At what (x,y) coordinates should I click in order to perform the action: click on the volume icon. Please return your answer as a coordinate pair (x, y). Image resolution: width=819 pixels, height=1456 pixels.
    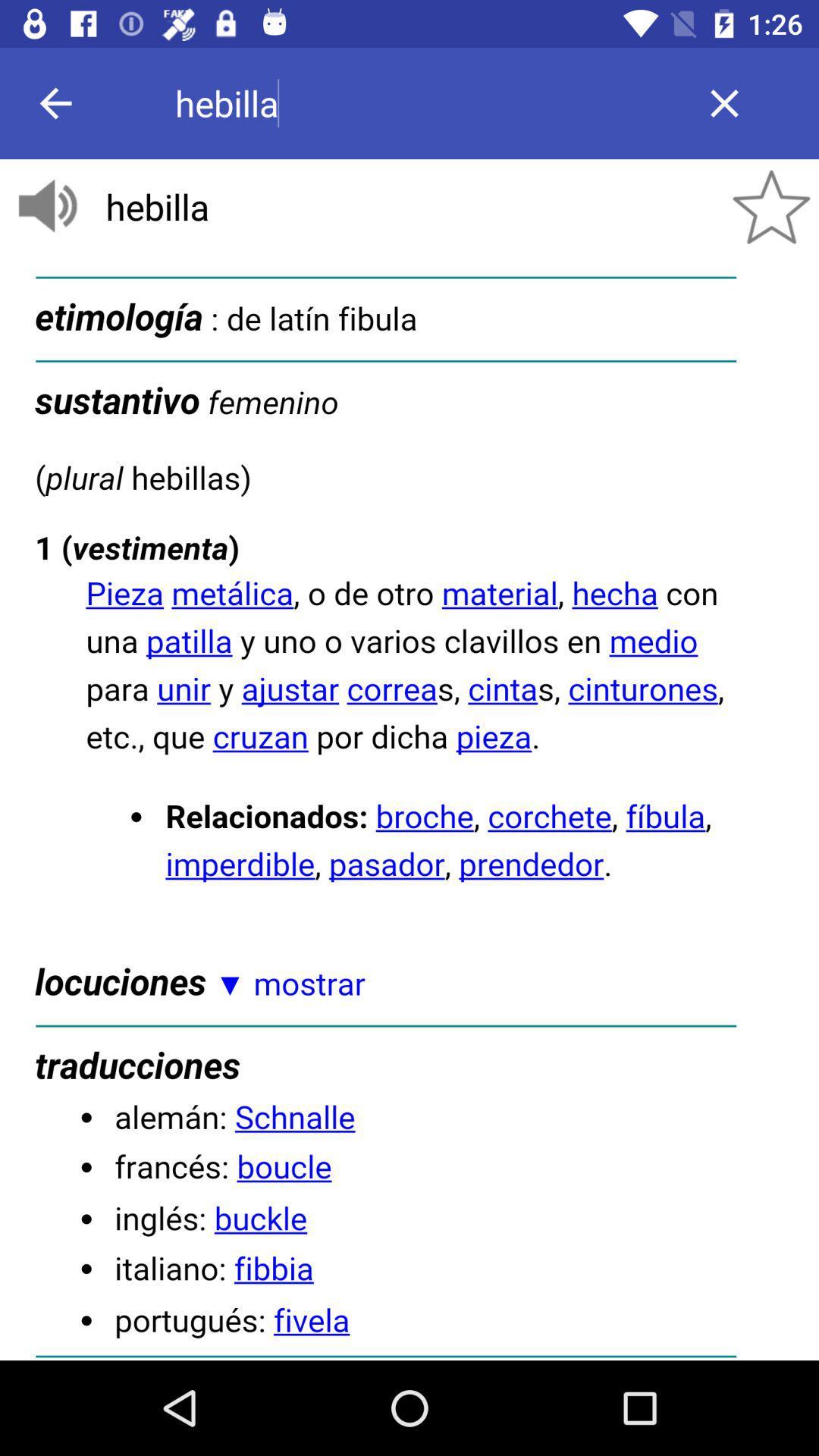
    Looking at the image, I should click on (46, 206).